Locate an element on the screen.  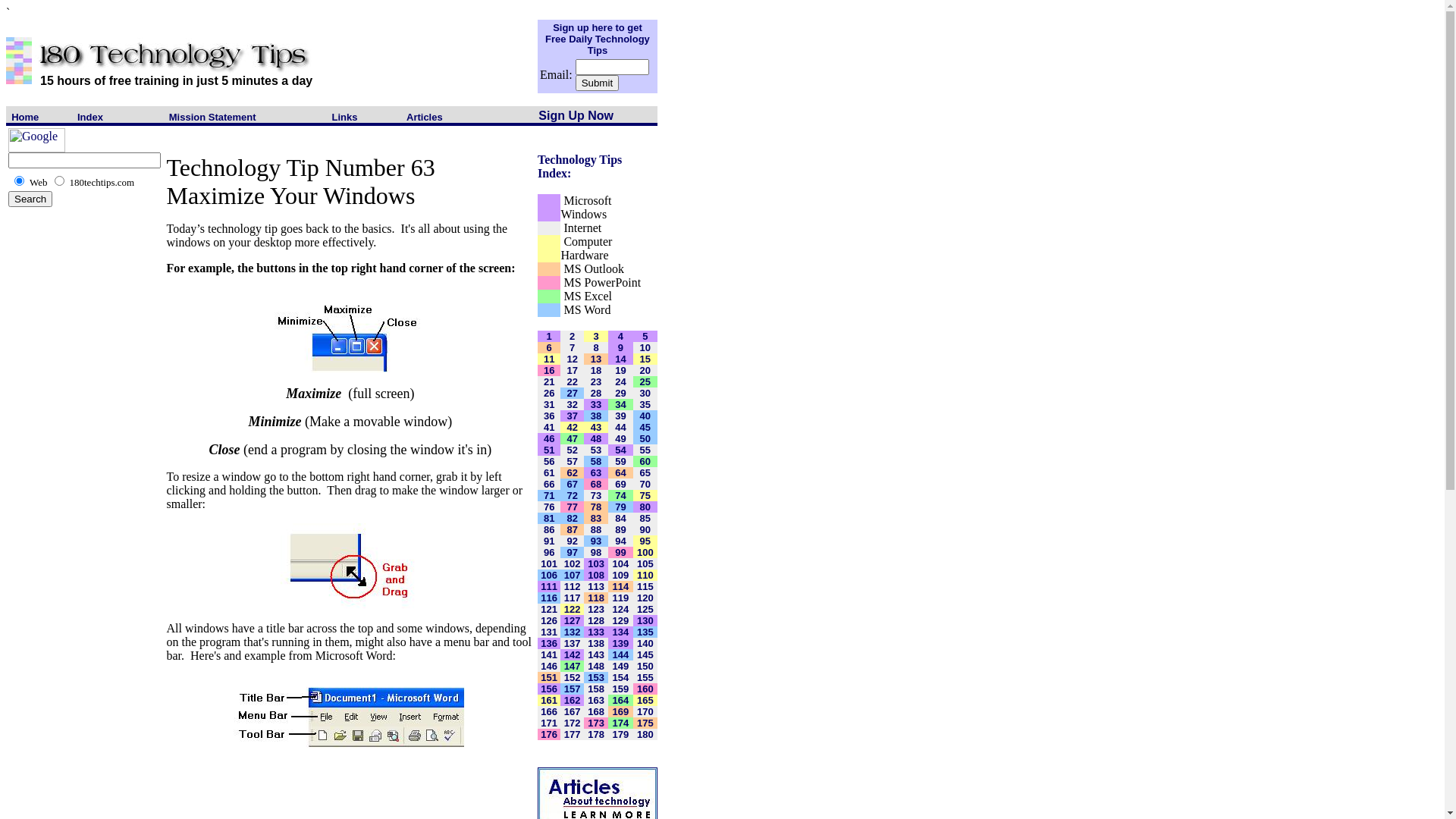
'142' is located at coordinates (571, 653).